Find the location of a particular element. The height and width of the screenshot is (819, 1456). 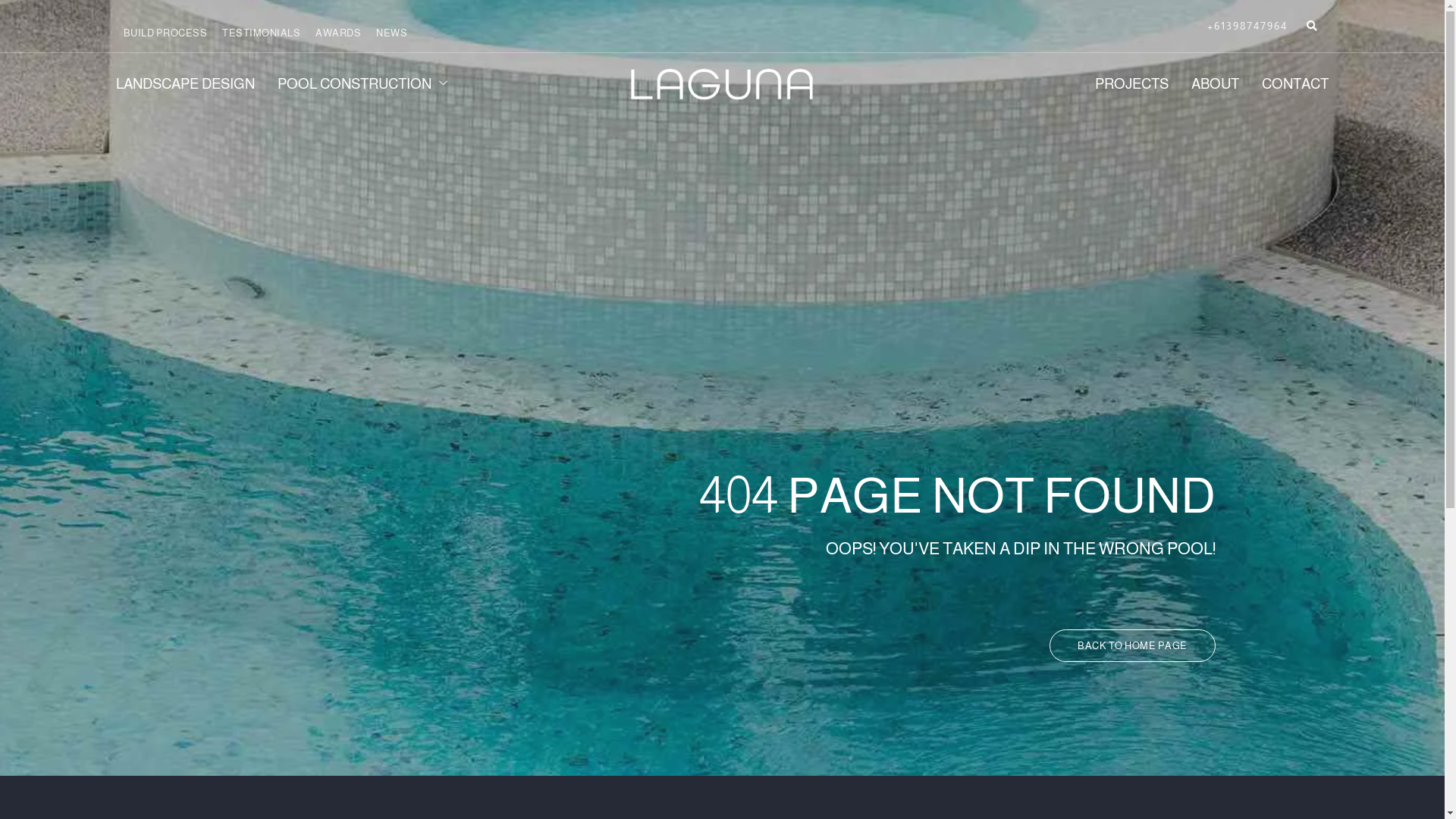

'CONTACT' is located at coordinates (1238, 84).